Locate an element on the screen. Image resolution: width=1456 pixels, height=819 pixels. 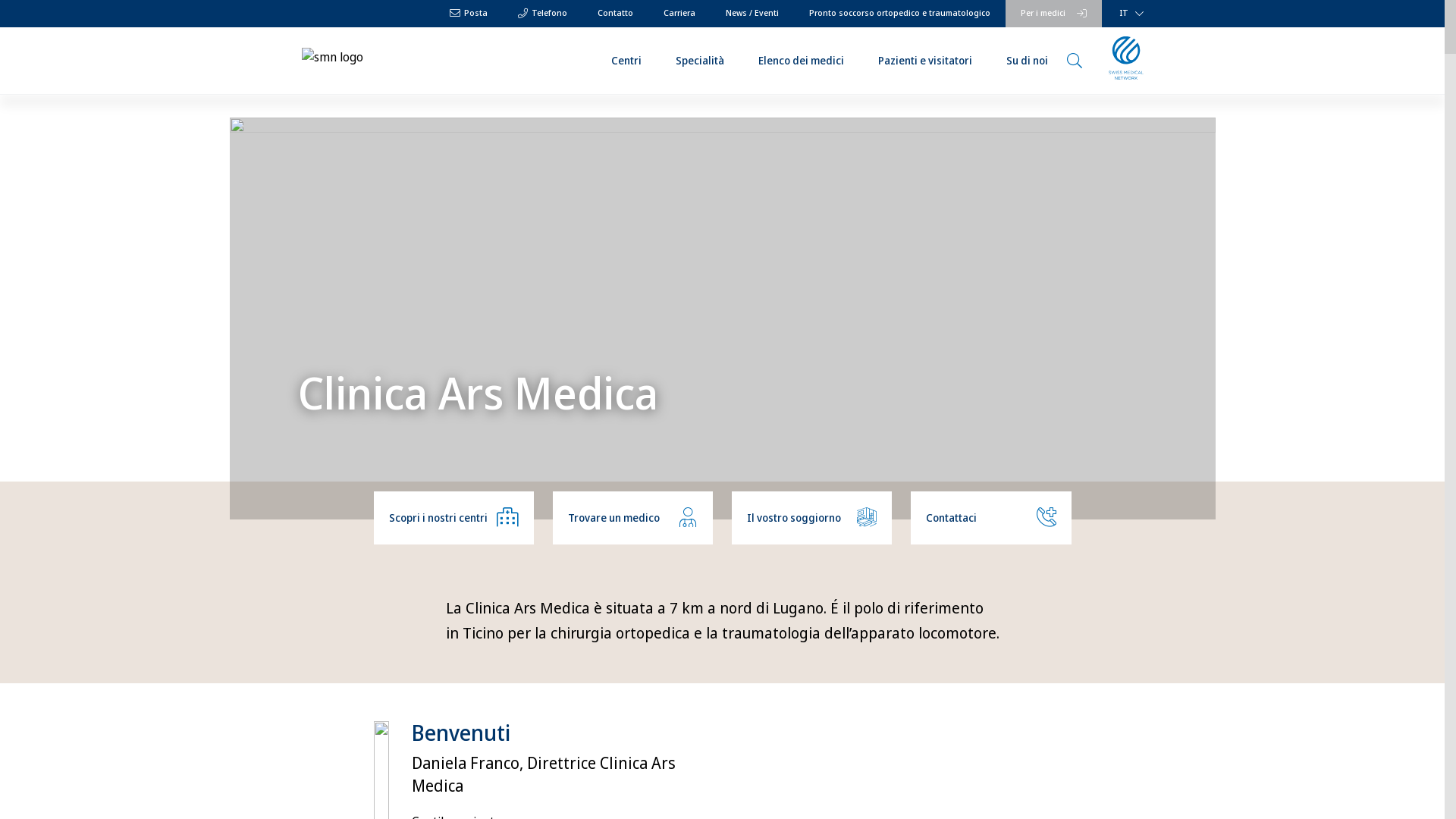
'IT' is located at coordinates (1116, 14).